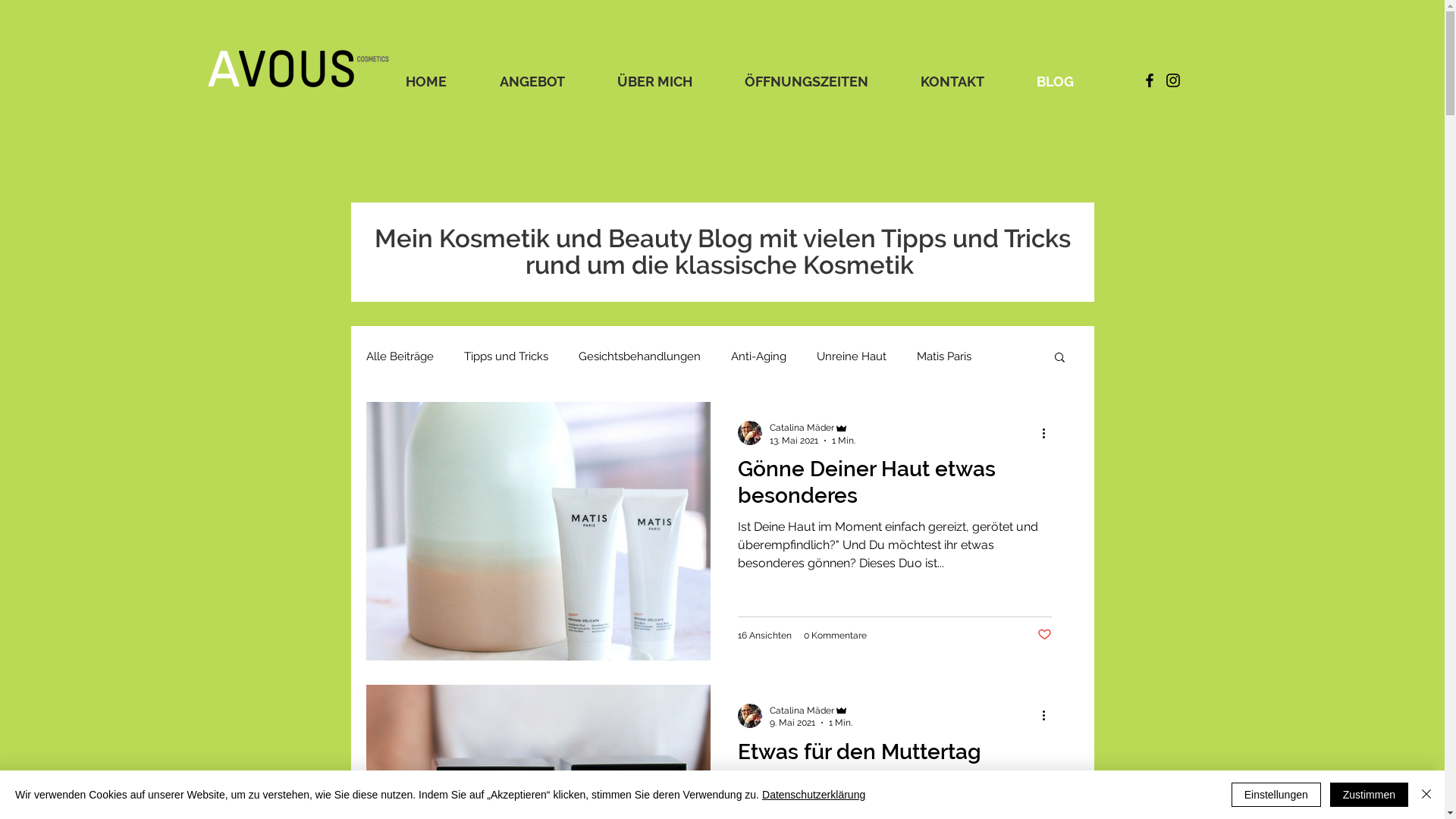 The image size is (1456, 819). What do you see at coordinates (834, 635) in the screenshot?
I see `'0 Kommentare'` at bounding box center [834, 635].